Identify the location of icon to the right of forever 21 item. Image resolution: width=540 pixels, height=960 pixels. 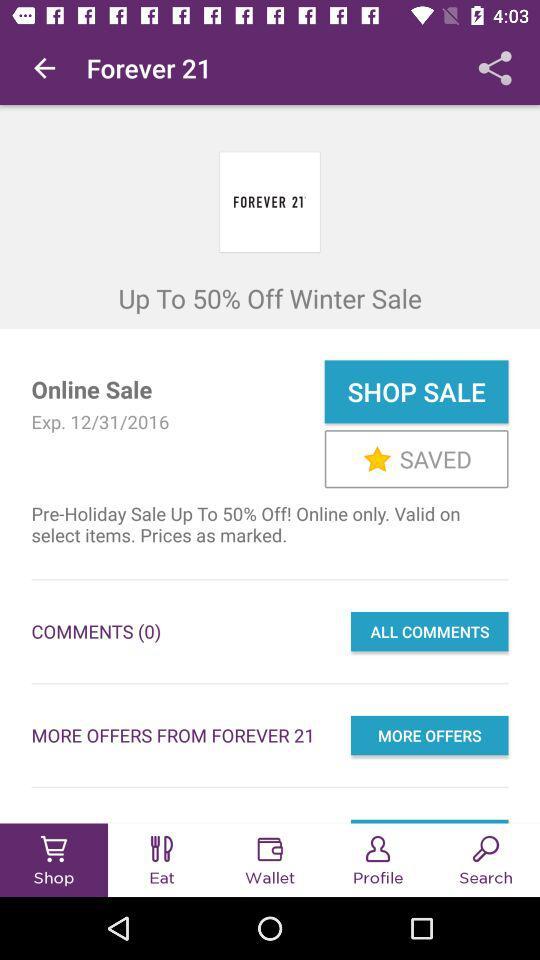
(494, 68).